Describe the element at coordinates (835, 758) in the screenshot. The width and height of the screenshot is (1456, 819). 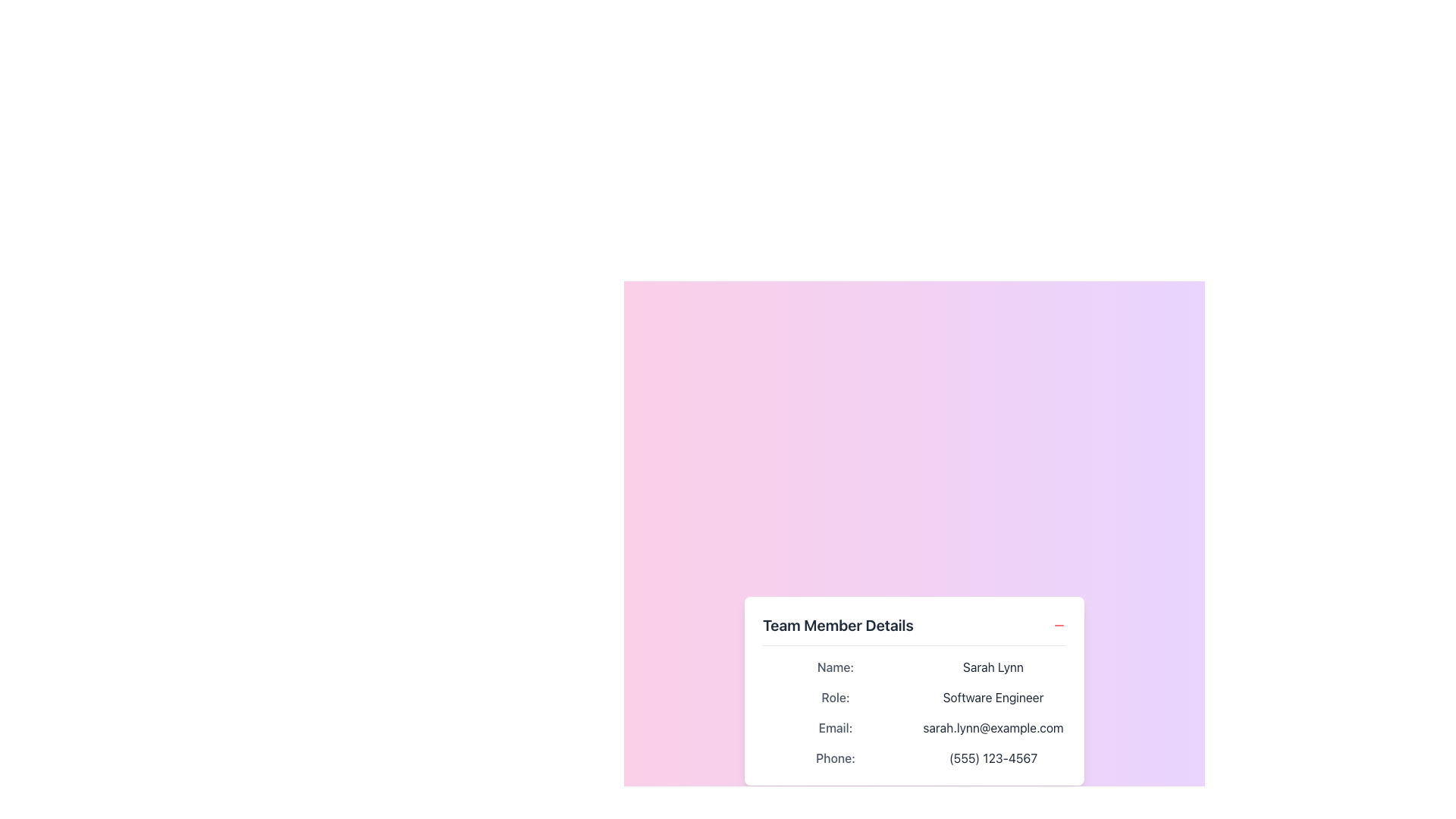
I see `the text label styled in gray and bold font reading 'Phone:', which is positioned at the bottom-left of the details section within the profile layout` at that location.